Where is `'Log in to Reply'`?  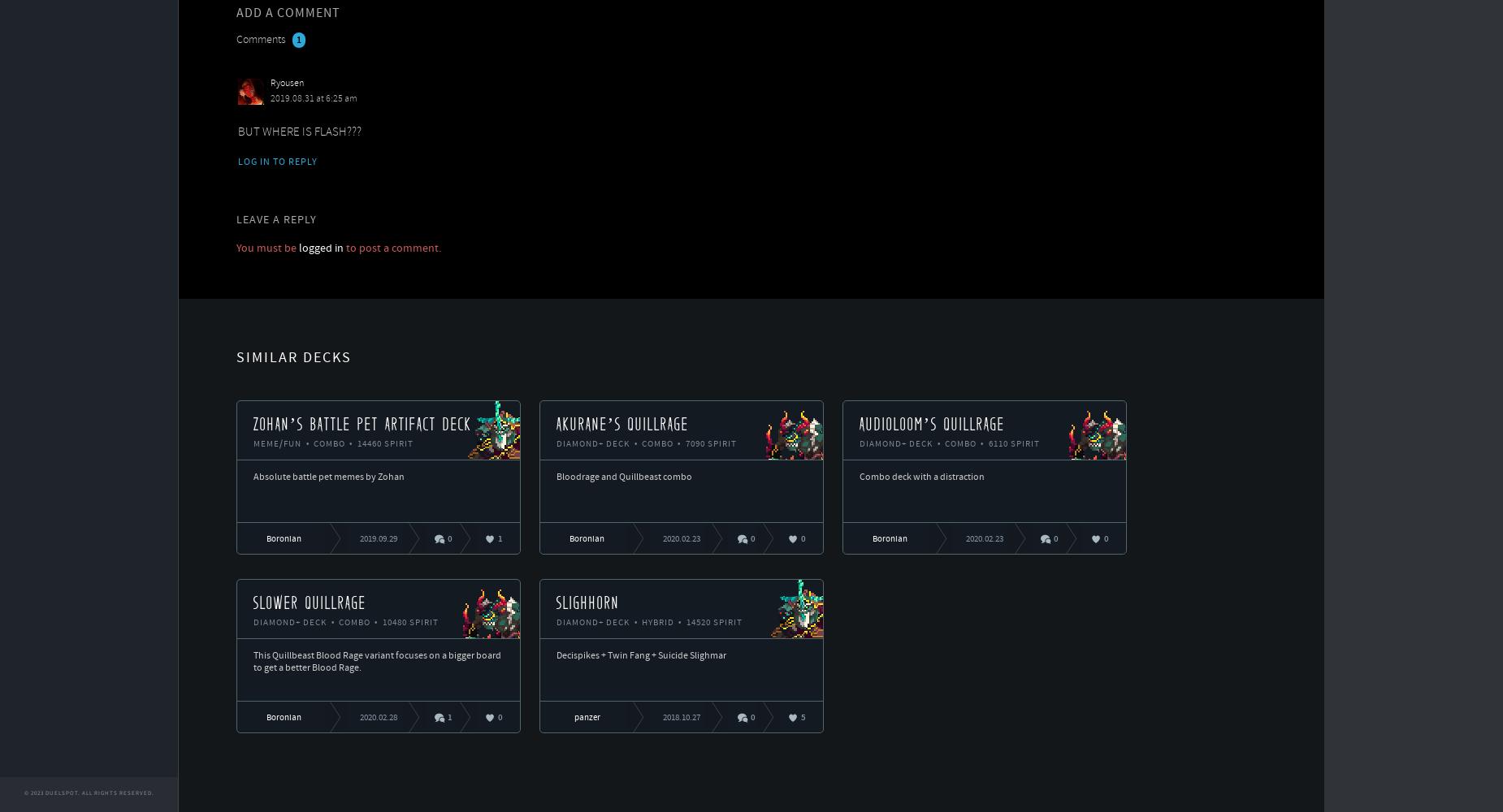
'Log in to Reply' is located at coordinates (236, 162).